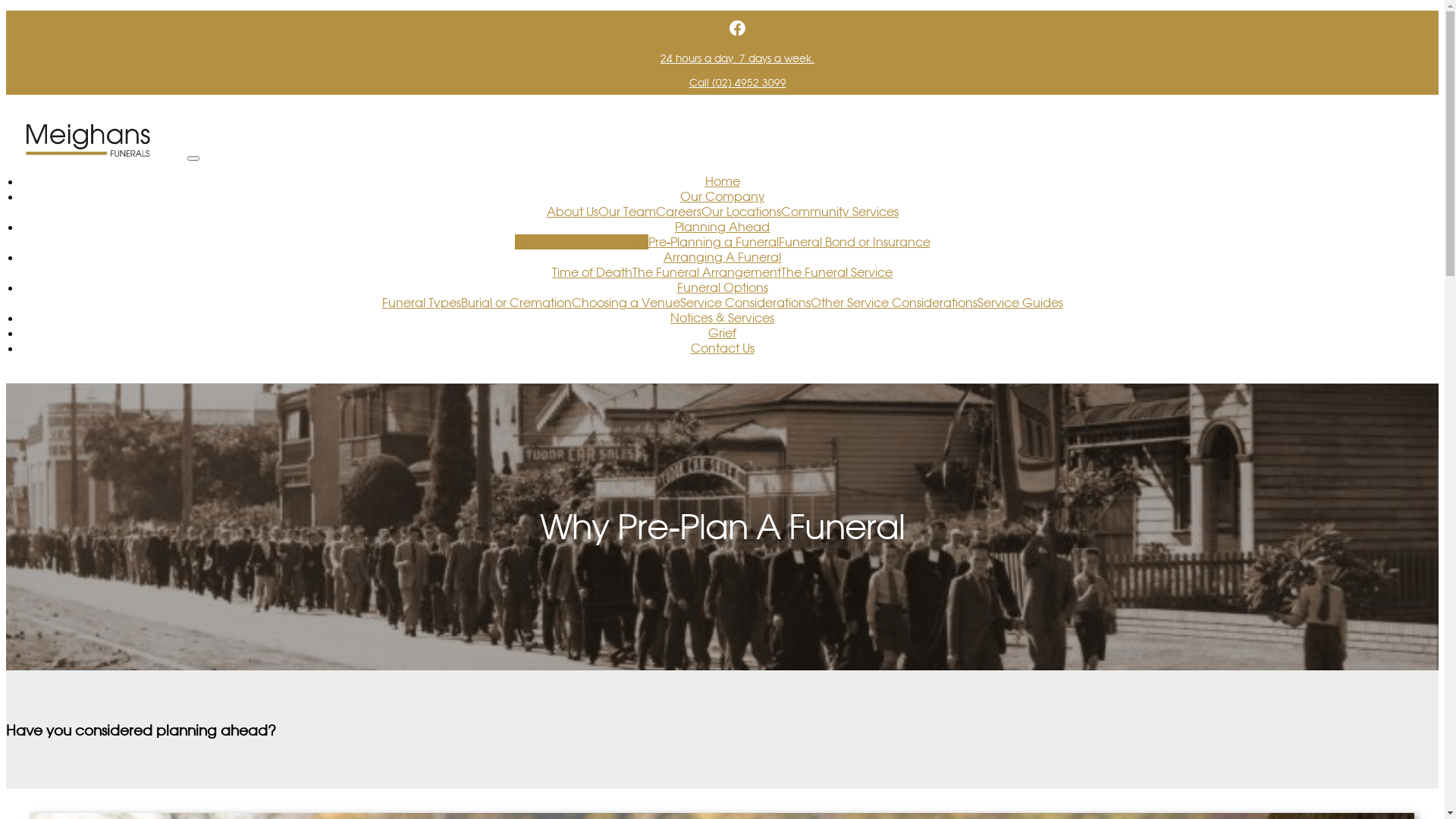 The image size is (1456, 819). I want to click on 'Funeral Types', so click(422, 302).